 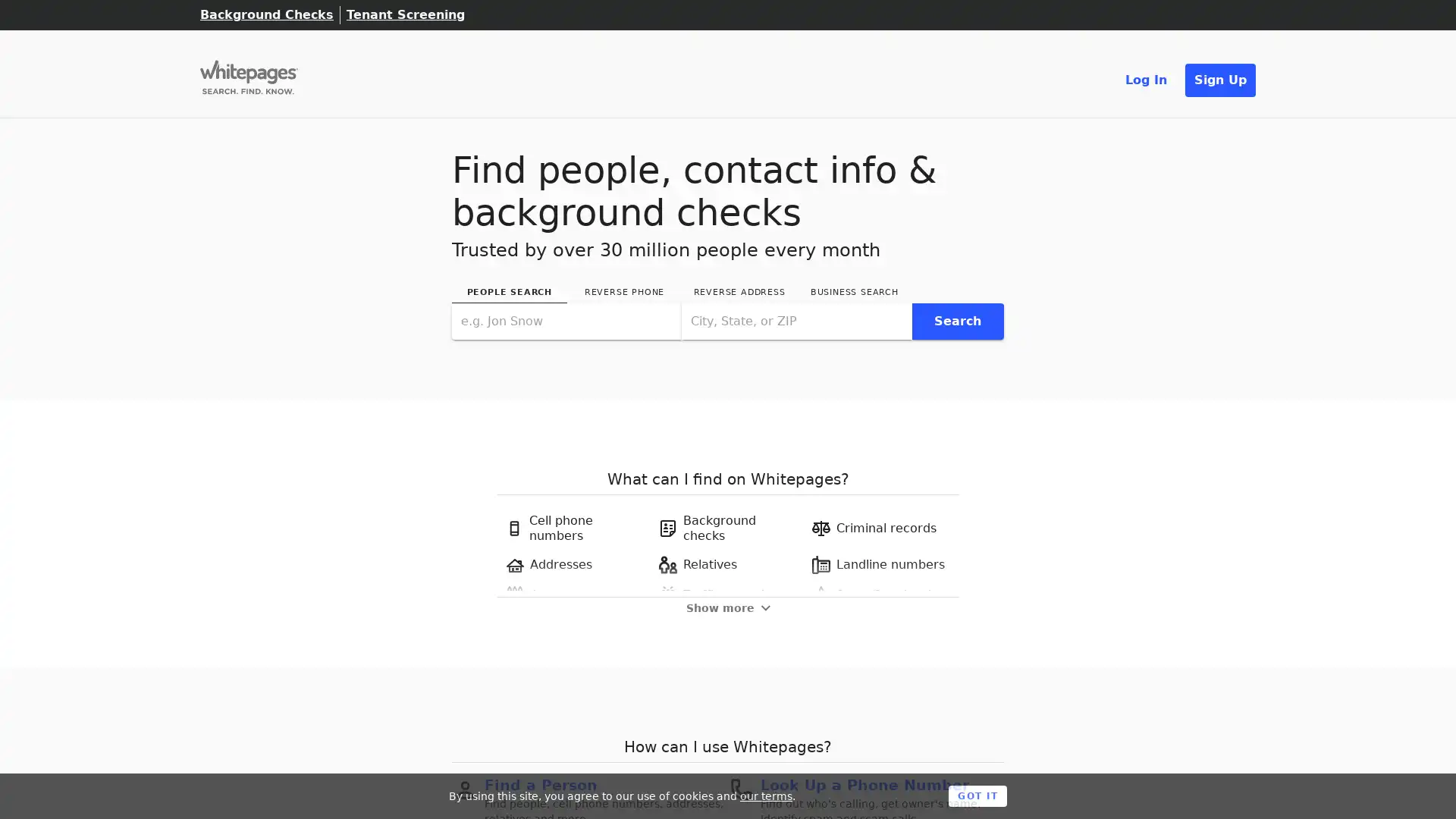 I want to click on Show more, so click(x=726, y=607).